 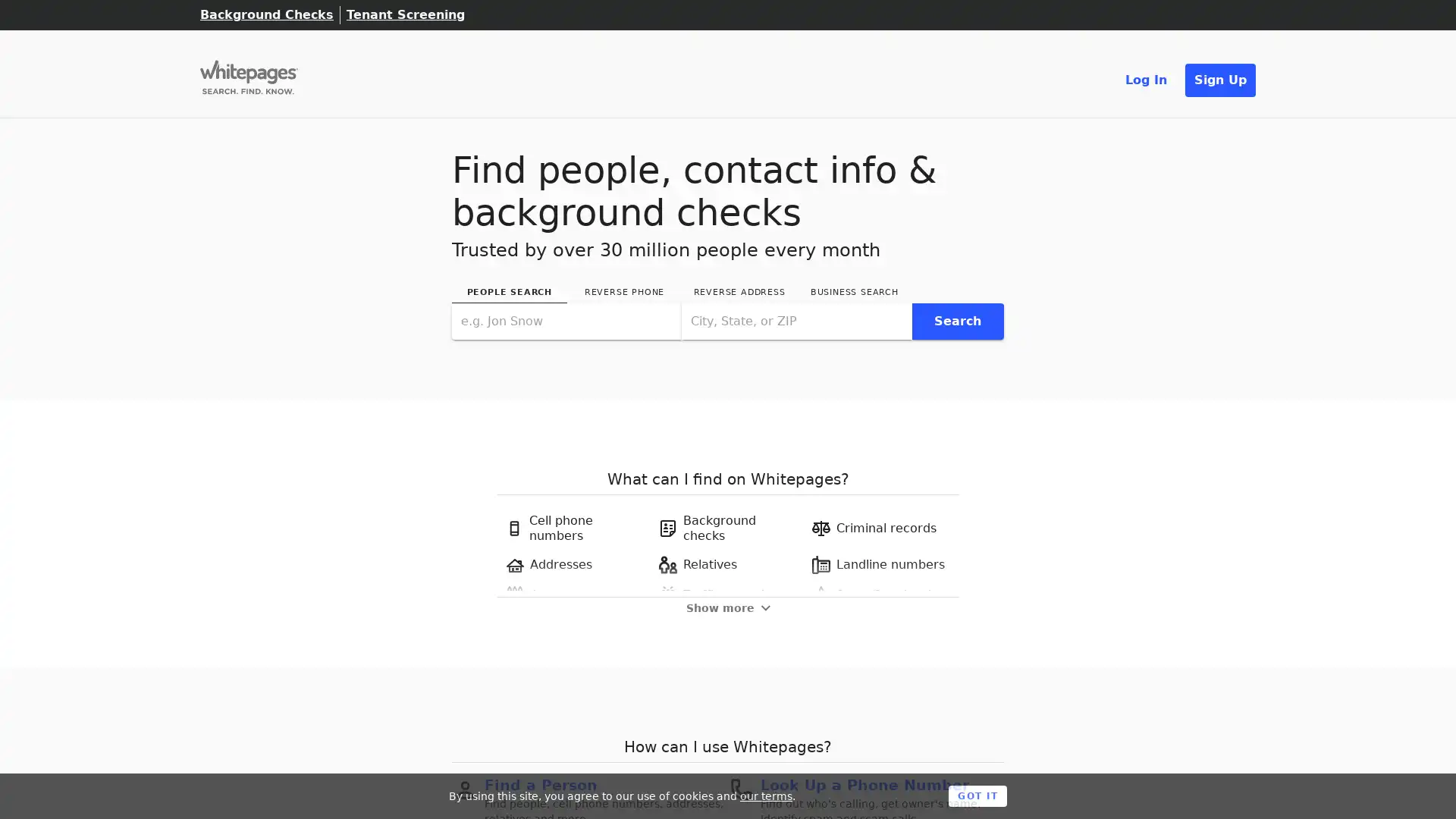 I want to click on Show more, so click(x=726, y=607).